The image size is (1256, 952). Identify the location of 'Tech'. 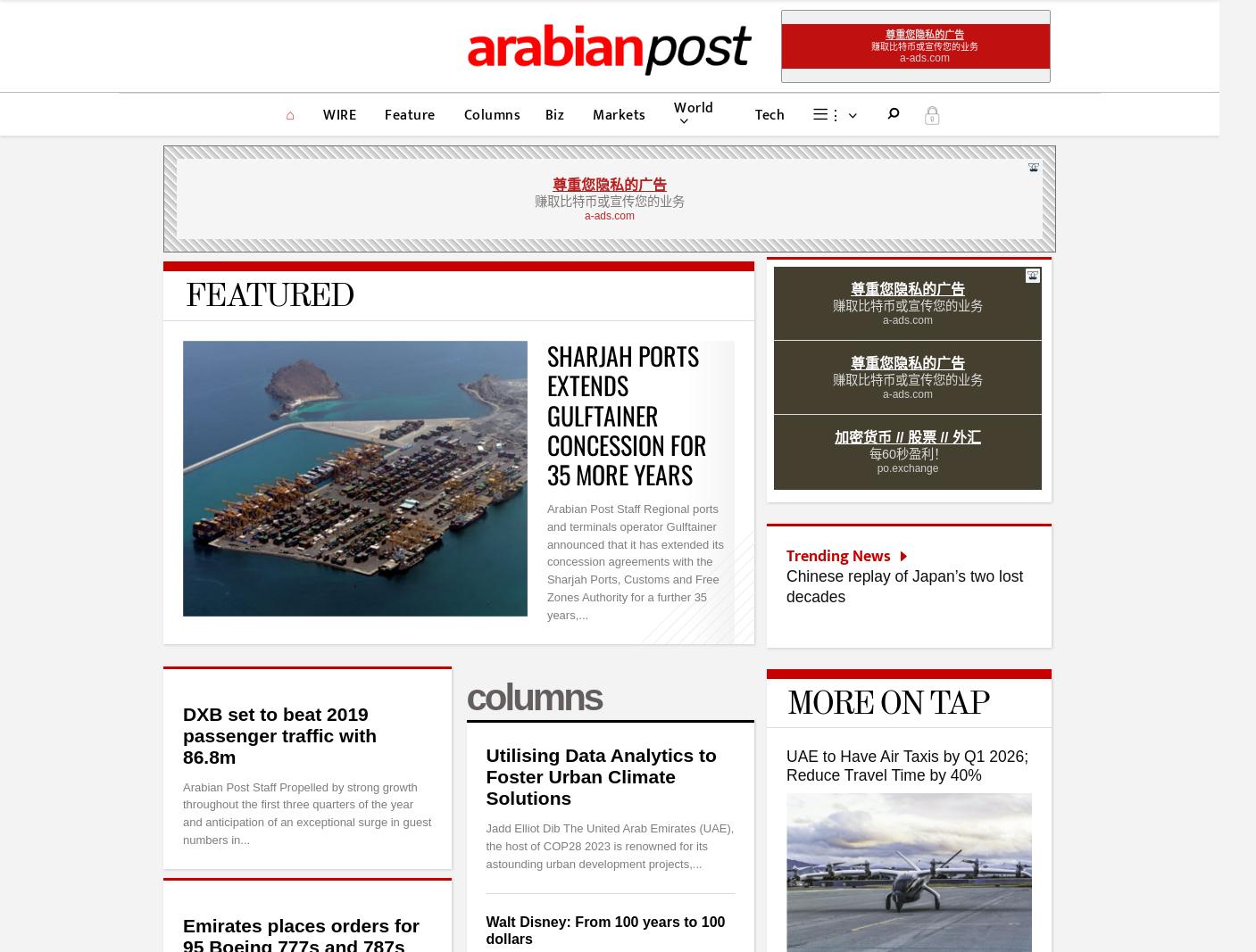
(769, 113).